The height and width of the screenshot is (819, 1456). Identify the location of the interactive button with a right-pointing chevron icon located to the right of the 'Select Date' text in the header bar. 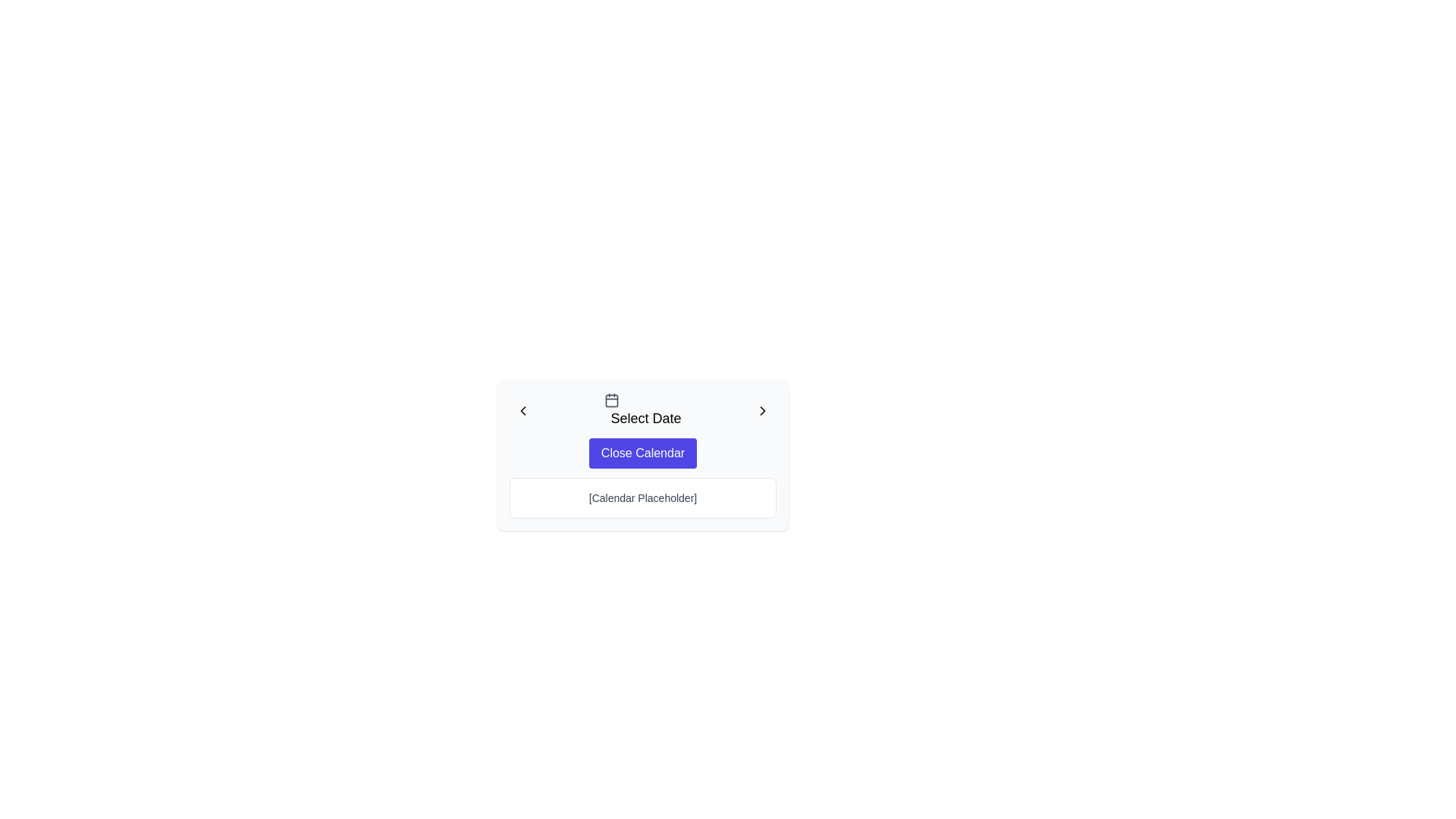
(763, 411).